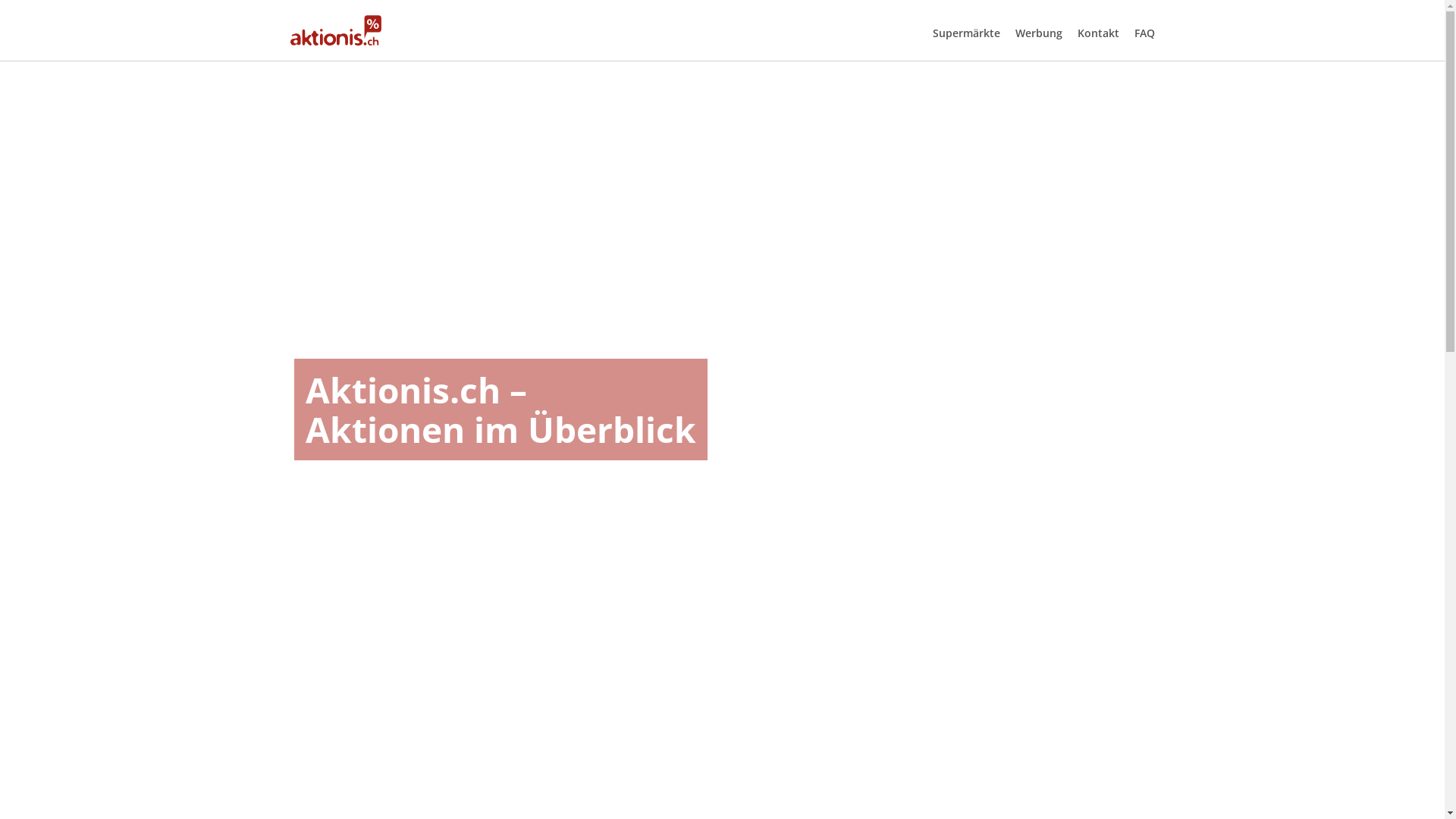 This screenshot has width=1456, height=819. Describe the element at coordinates (334, 30) in the screenshot. I see `'Zur Startseite'` at that location.